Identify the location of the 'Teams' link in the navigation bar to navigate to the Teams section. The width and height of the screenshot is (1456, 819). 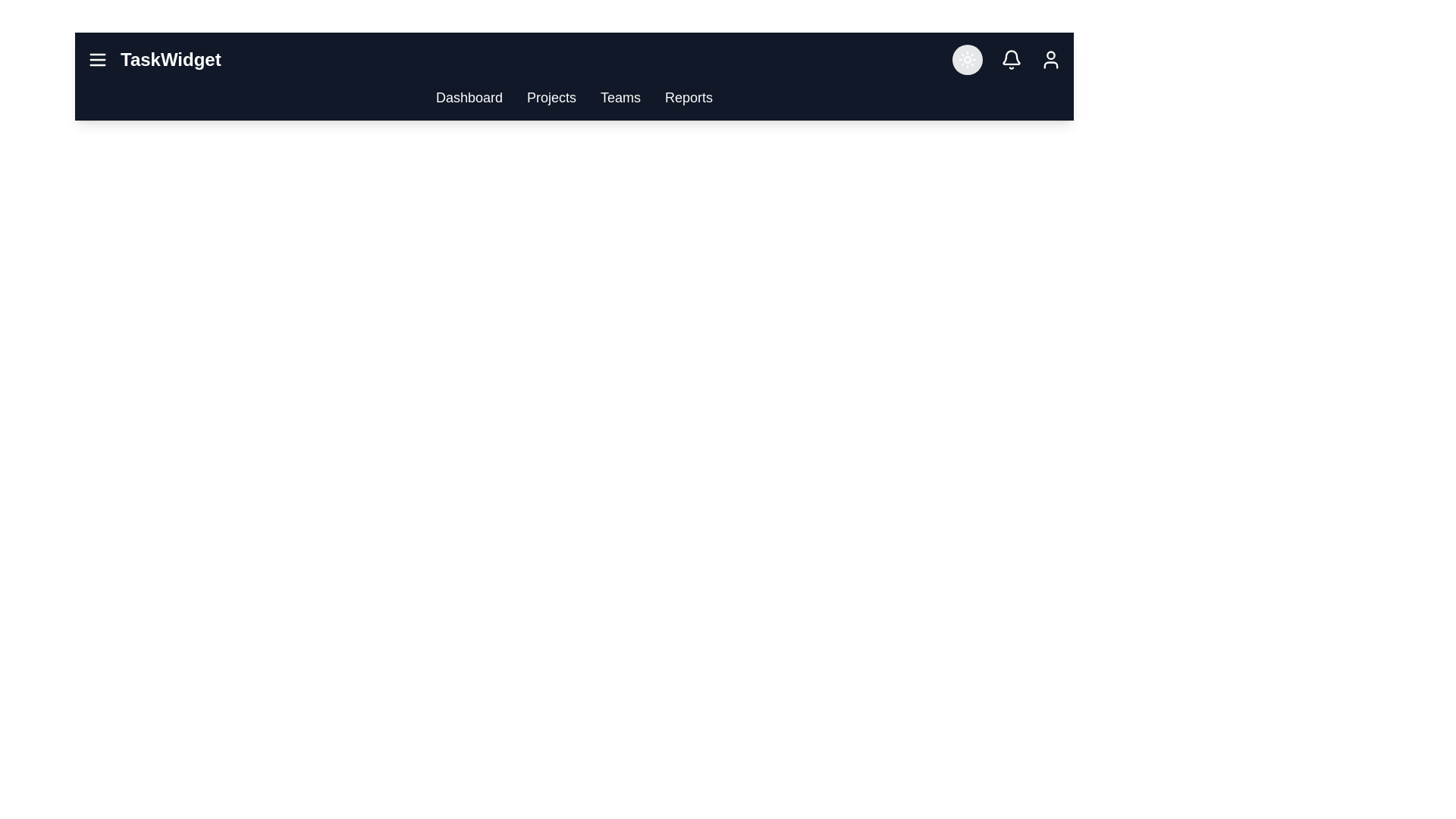
(620, 97).